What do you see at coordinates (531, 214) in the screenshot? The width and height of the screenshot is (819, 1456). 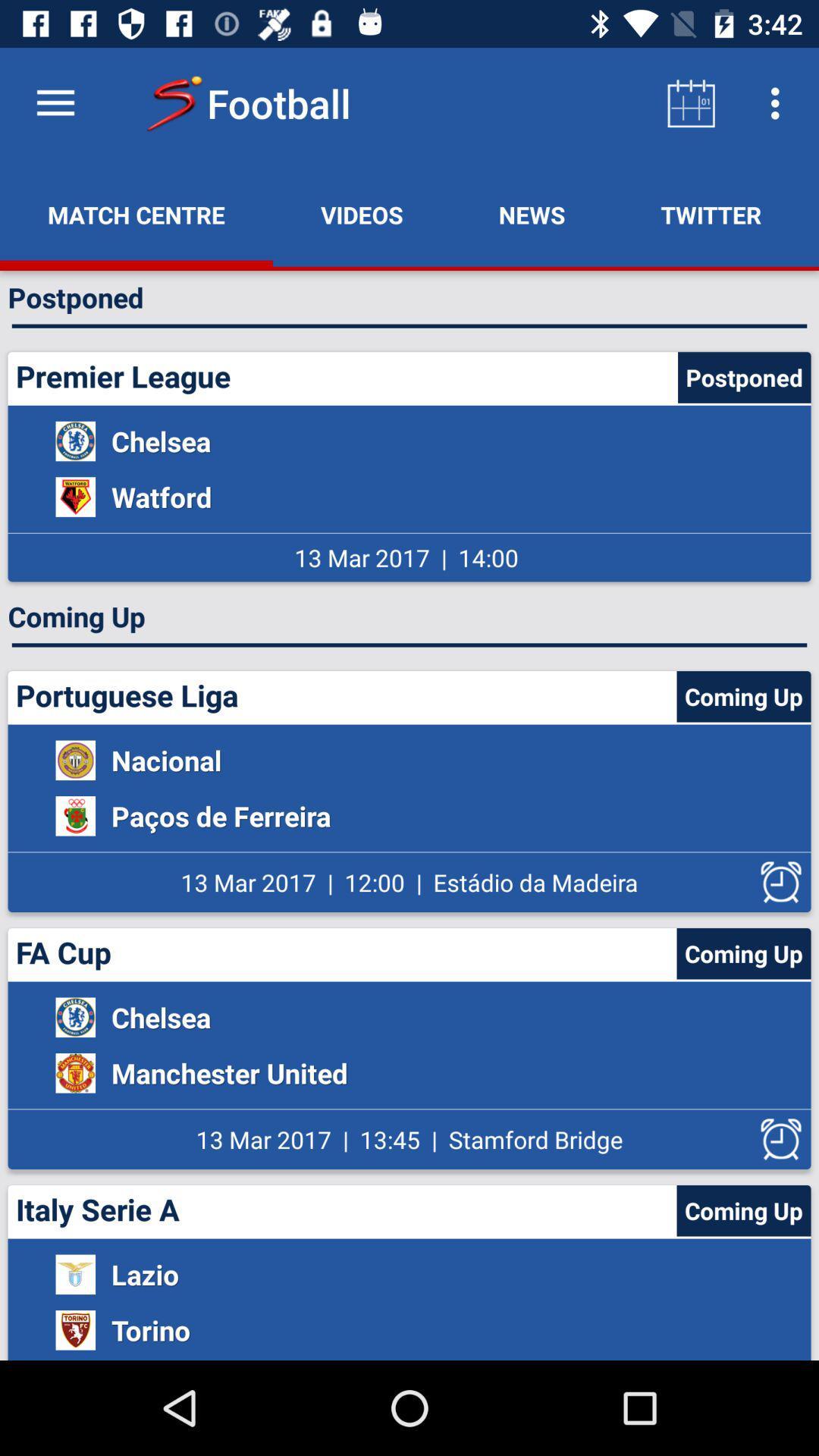 I see `news item` at bounding box center [531, 214].